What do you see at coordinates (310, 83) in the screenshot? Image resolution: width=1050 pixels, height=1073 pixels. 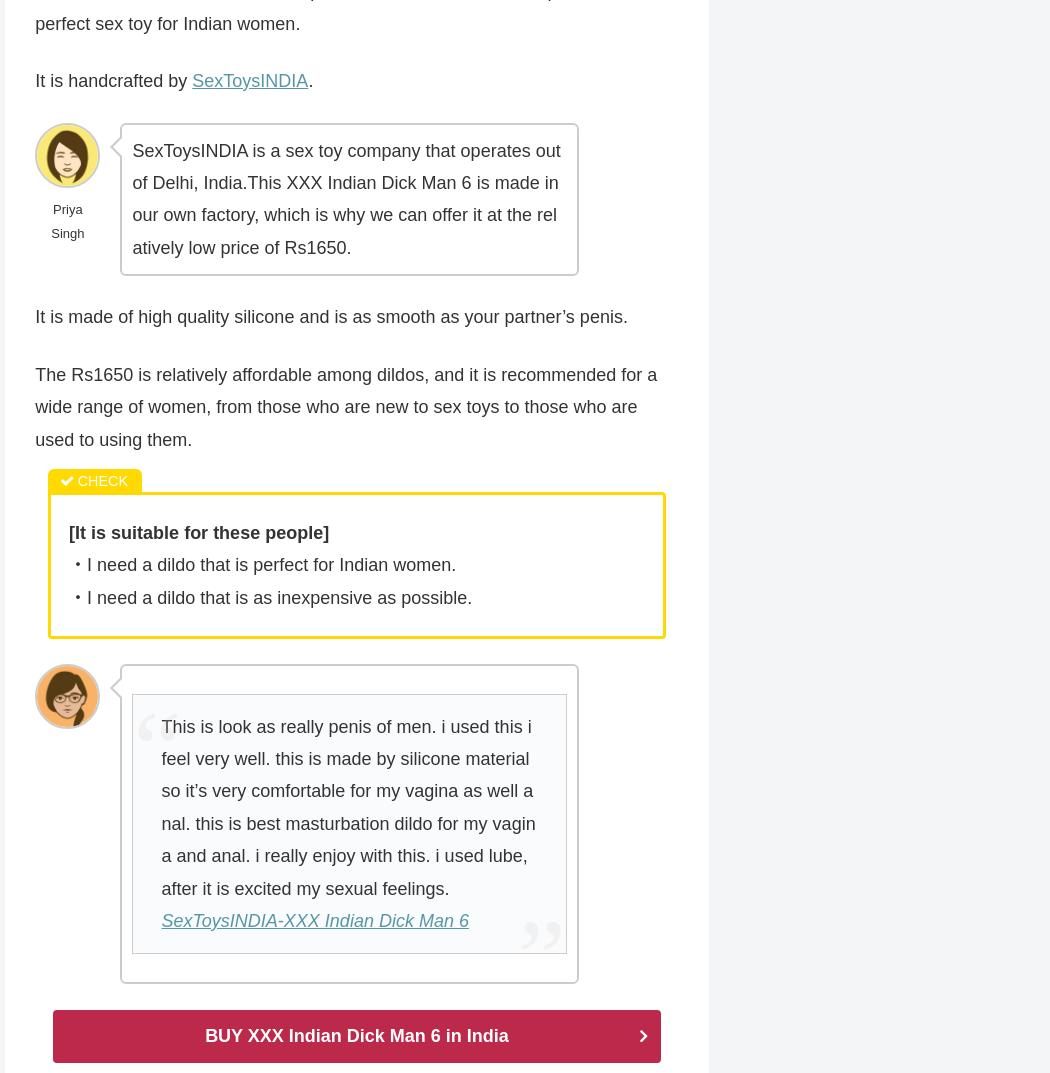 I see `'.'` at bounding box center [310, 83].